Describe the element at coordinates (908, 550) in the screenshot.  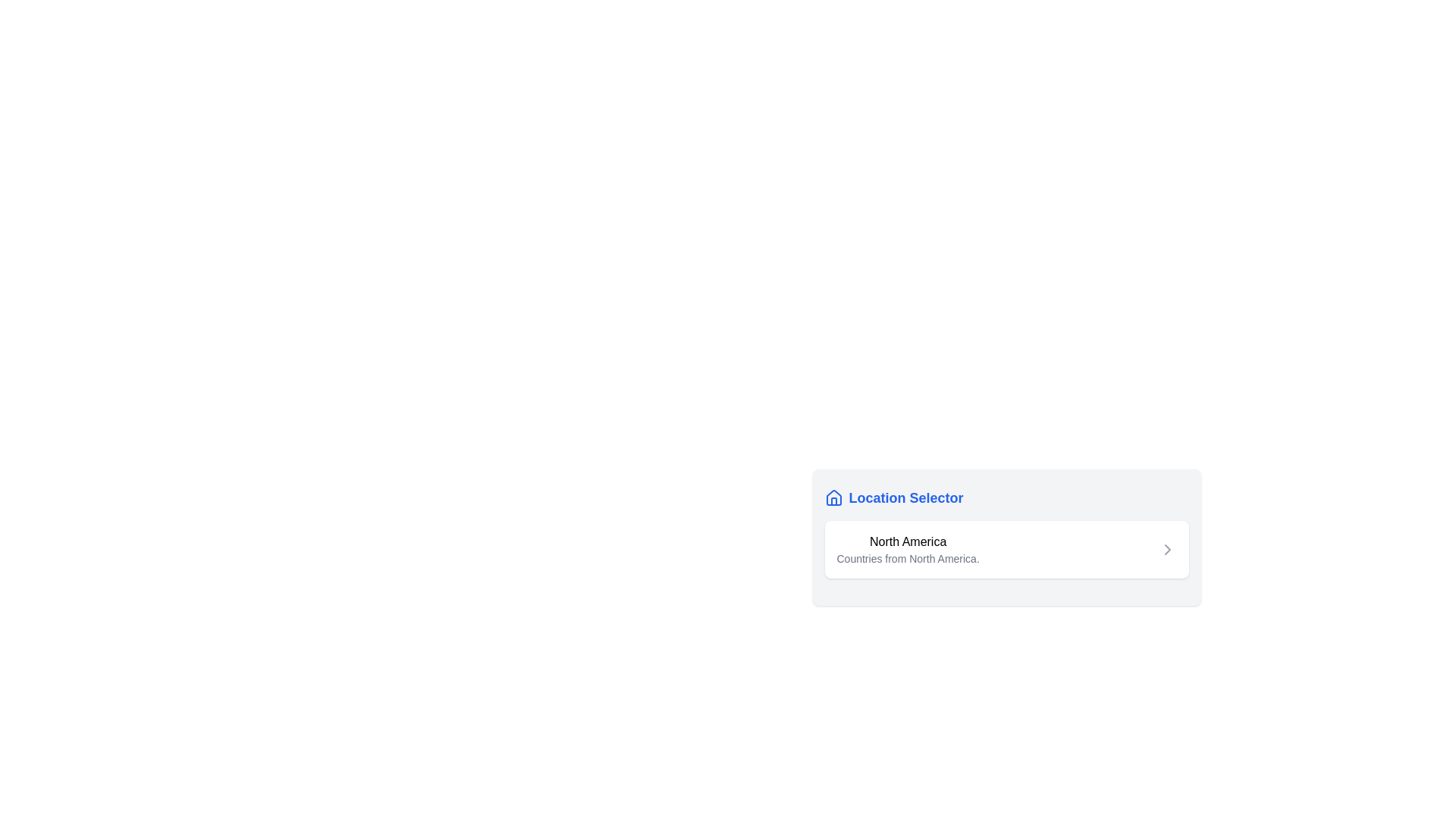
I see `the Text display indicating a category or section related to North America, which is positioned to the left of a right-pointing chevron icon within a clickable card` at that location.